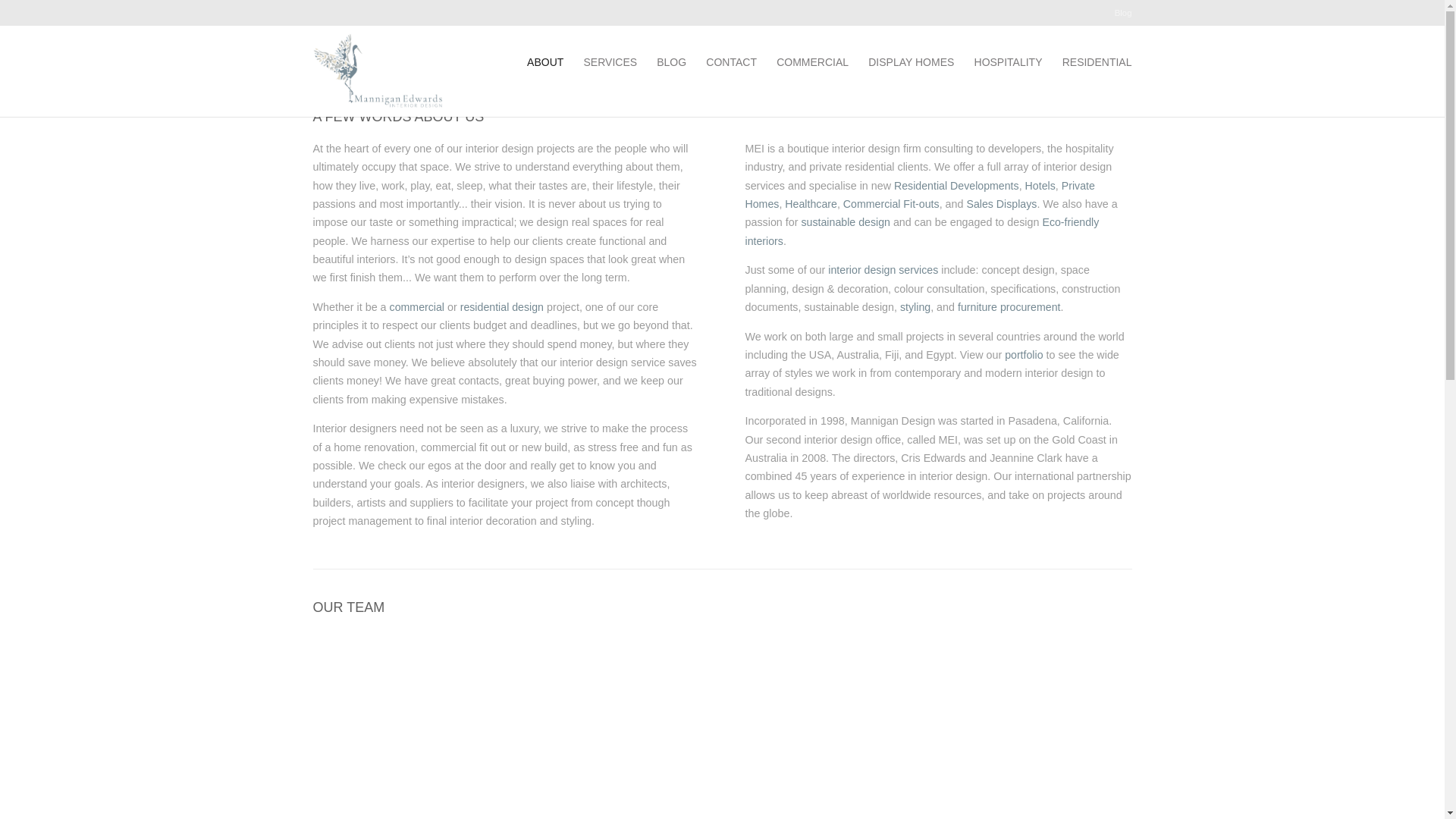 This screenshot has width=1456, height=819. Describe the element at coordinates (776, 61) in the screenshot. I see `'COMMERCIAL'` at that location.